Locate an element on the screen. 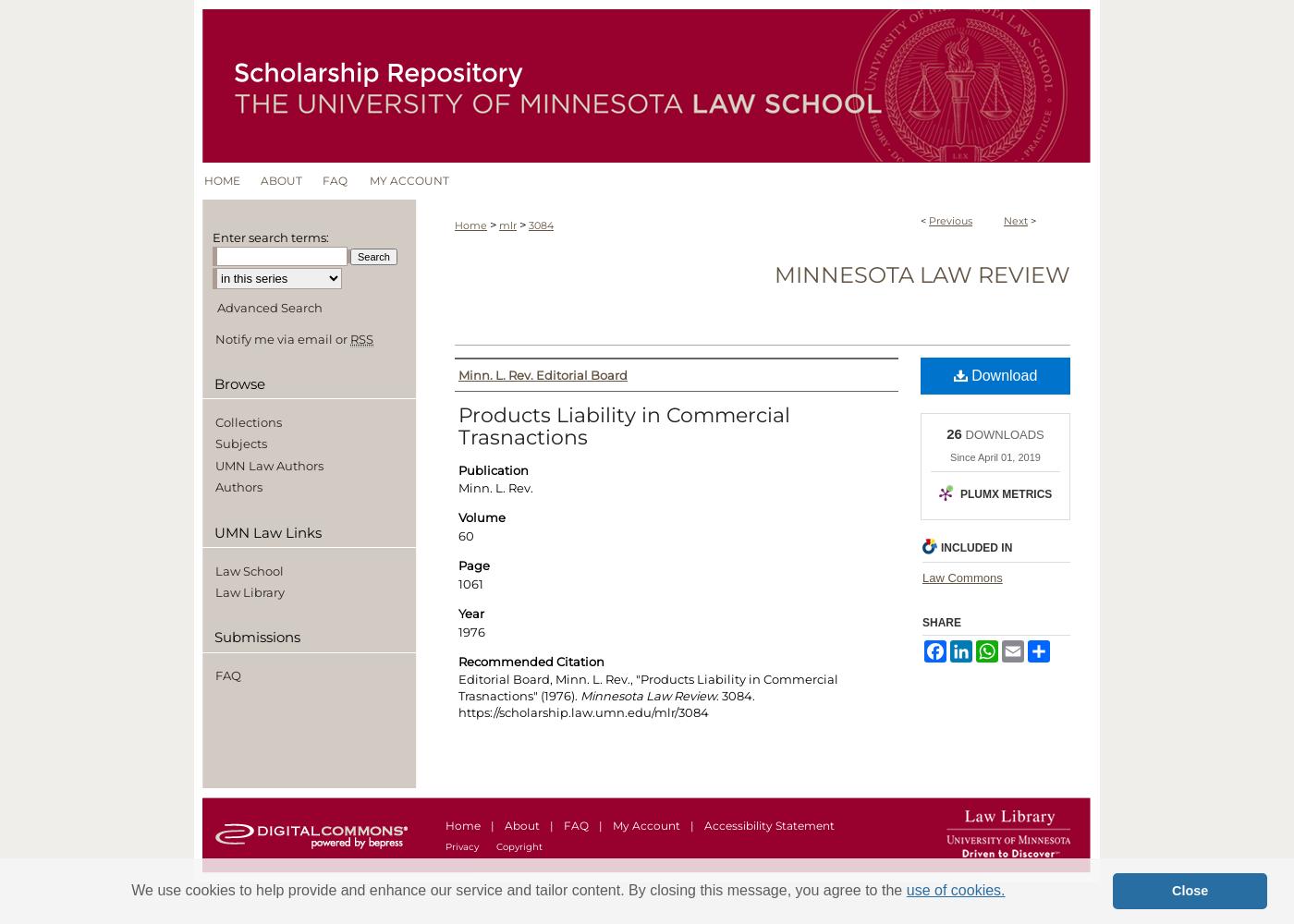  'Included in' is located at coordinates (976, 546).